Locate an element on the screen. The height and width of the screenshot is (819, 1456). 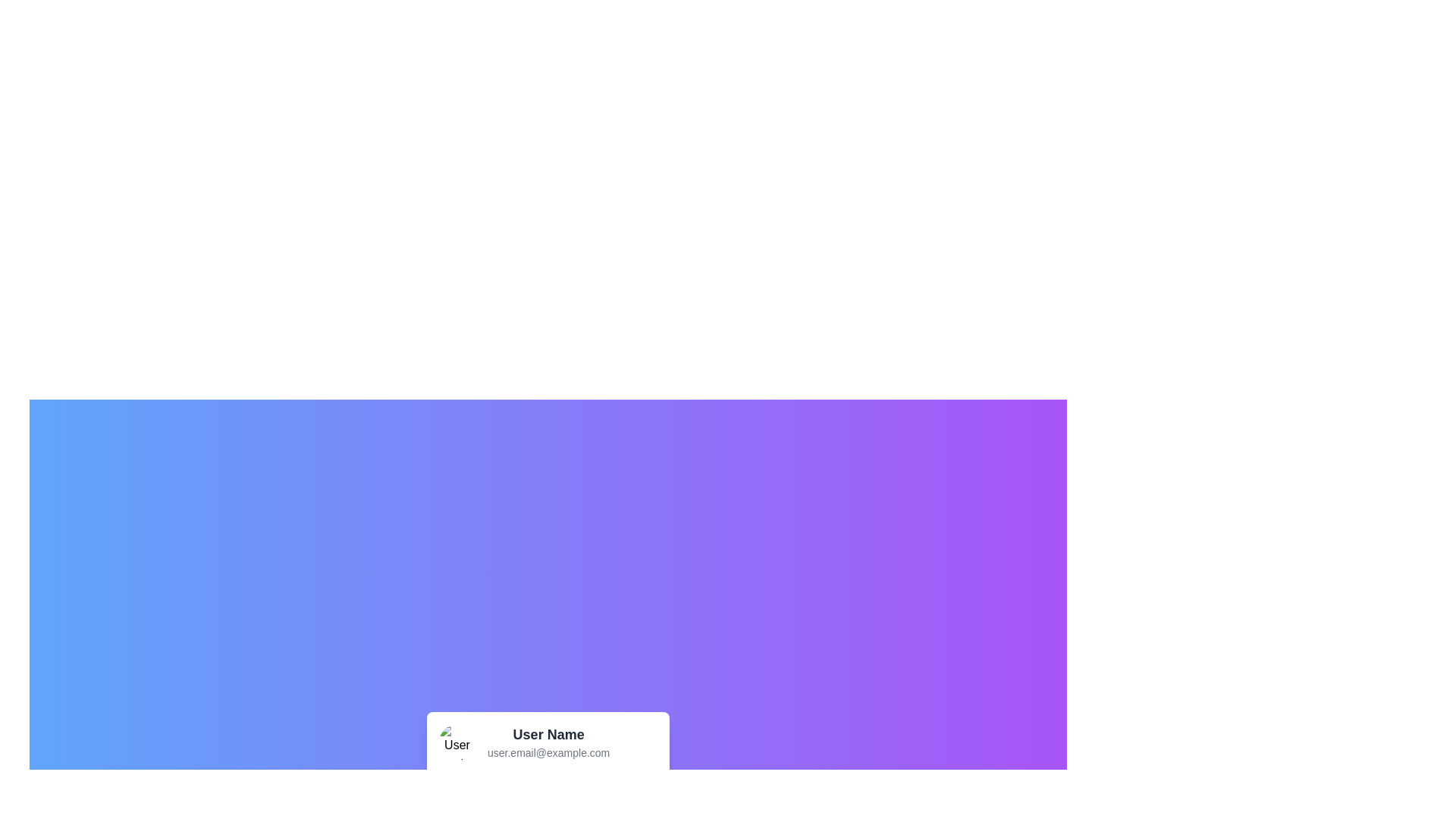
the text label displaying 'User Name', which is in bold and larger font, styled in dark gray, and located towards the bottom center of the interface above a smaller email text is located at coordinates (548, 733).